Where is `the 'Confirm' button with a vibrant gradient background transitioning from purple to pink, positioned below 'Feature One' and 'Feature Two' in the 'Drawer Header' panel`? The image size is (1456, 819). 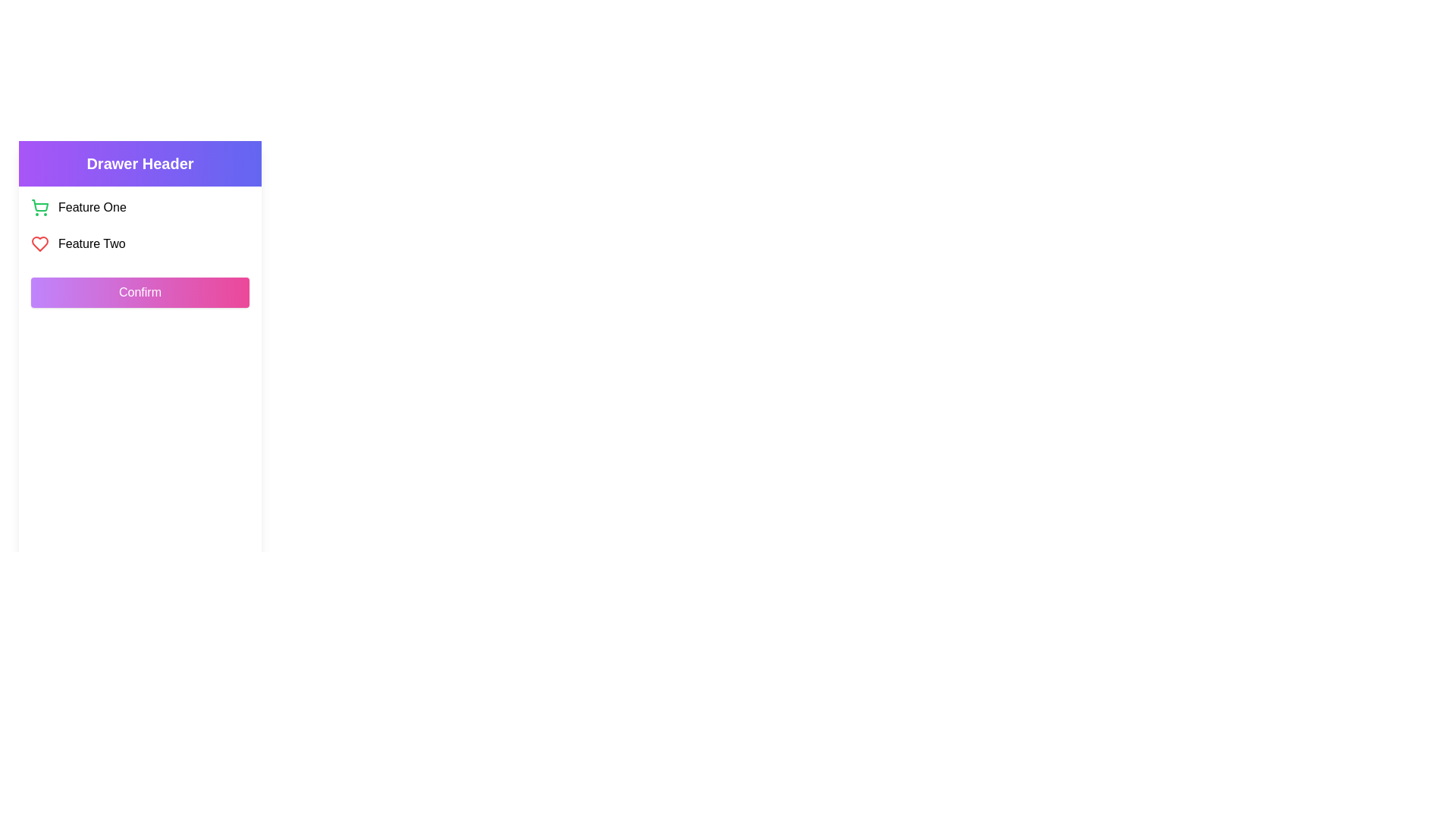
the 'Confirm' button with a vibrant gradient background transitioning from purple to pink, positioned below 'Feature One' and 'Feature Two' in the 'Drawer Header' panel is located at coordinates (140, 292).